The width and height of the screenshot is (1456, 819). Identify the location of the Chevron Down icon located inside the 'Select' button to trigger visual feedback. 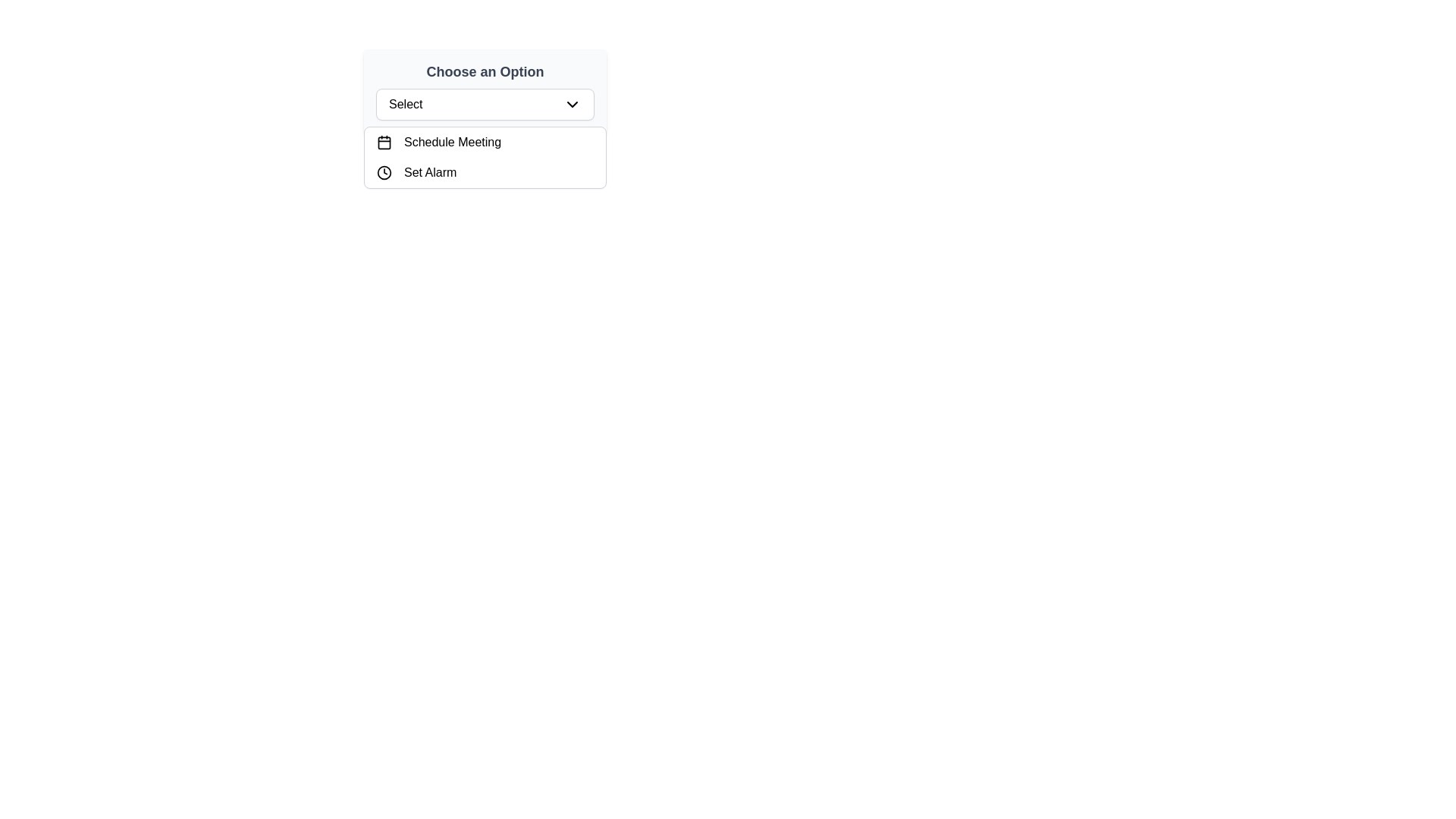
(571, 104).